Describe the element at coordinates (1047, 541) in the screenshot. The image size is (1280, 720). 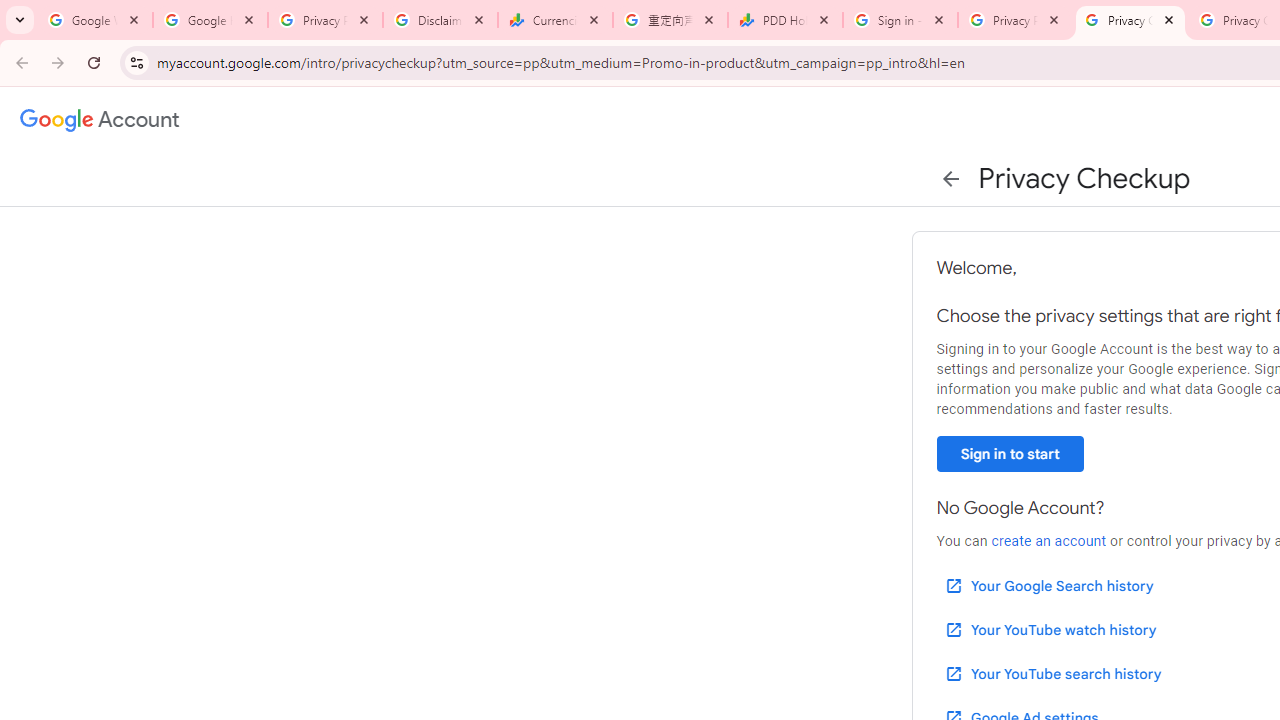
I see `'create an account'` at that location.